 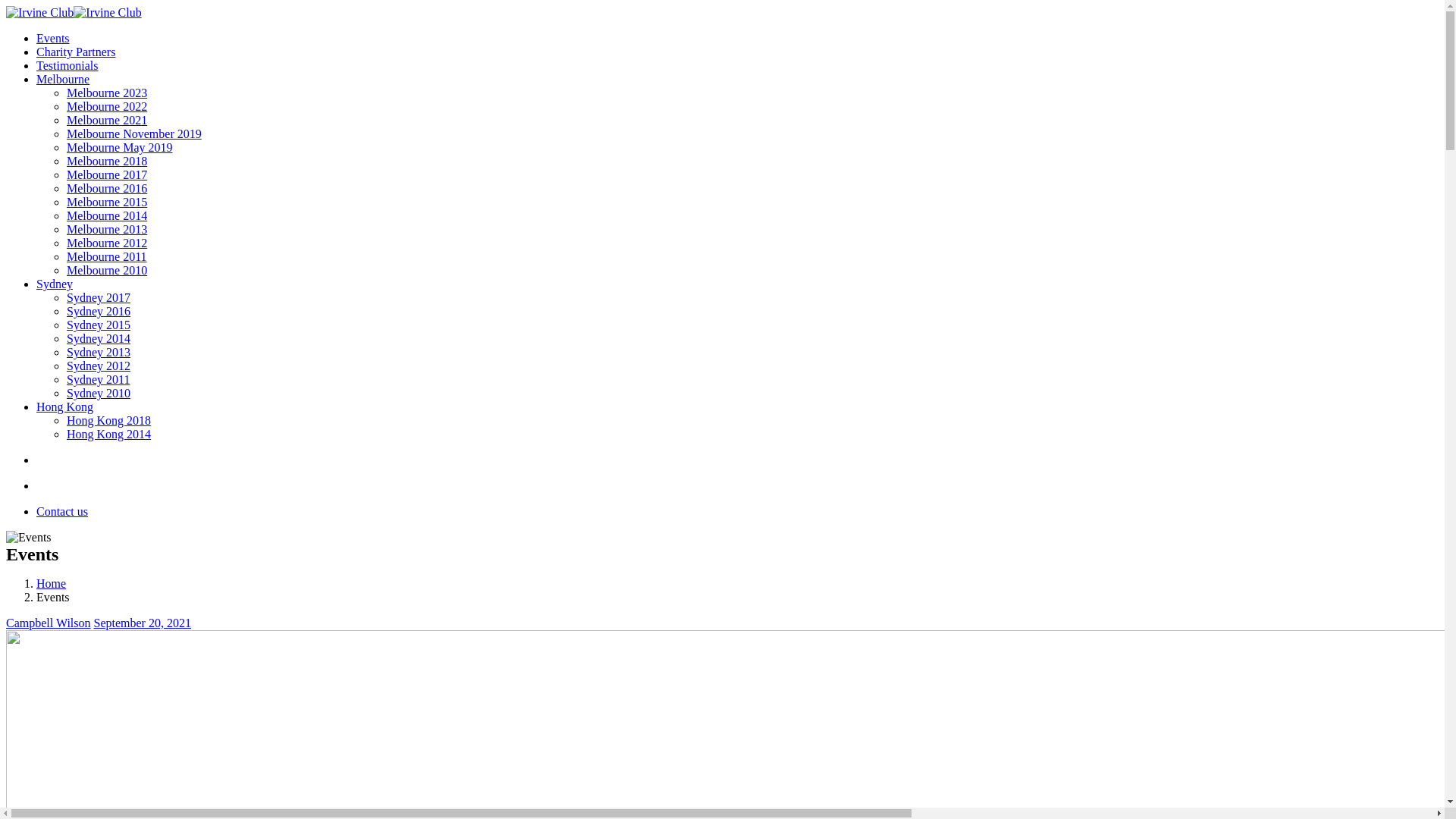 I want to click on 'Melbourne November 2019', so click(x=134, y=133).